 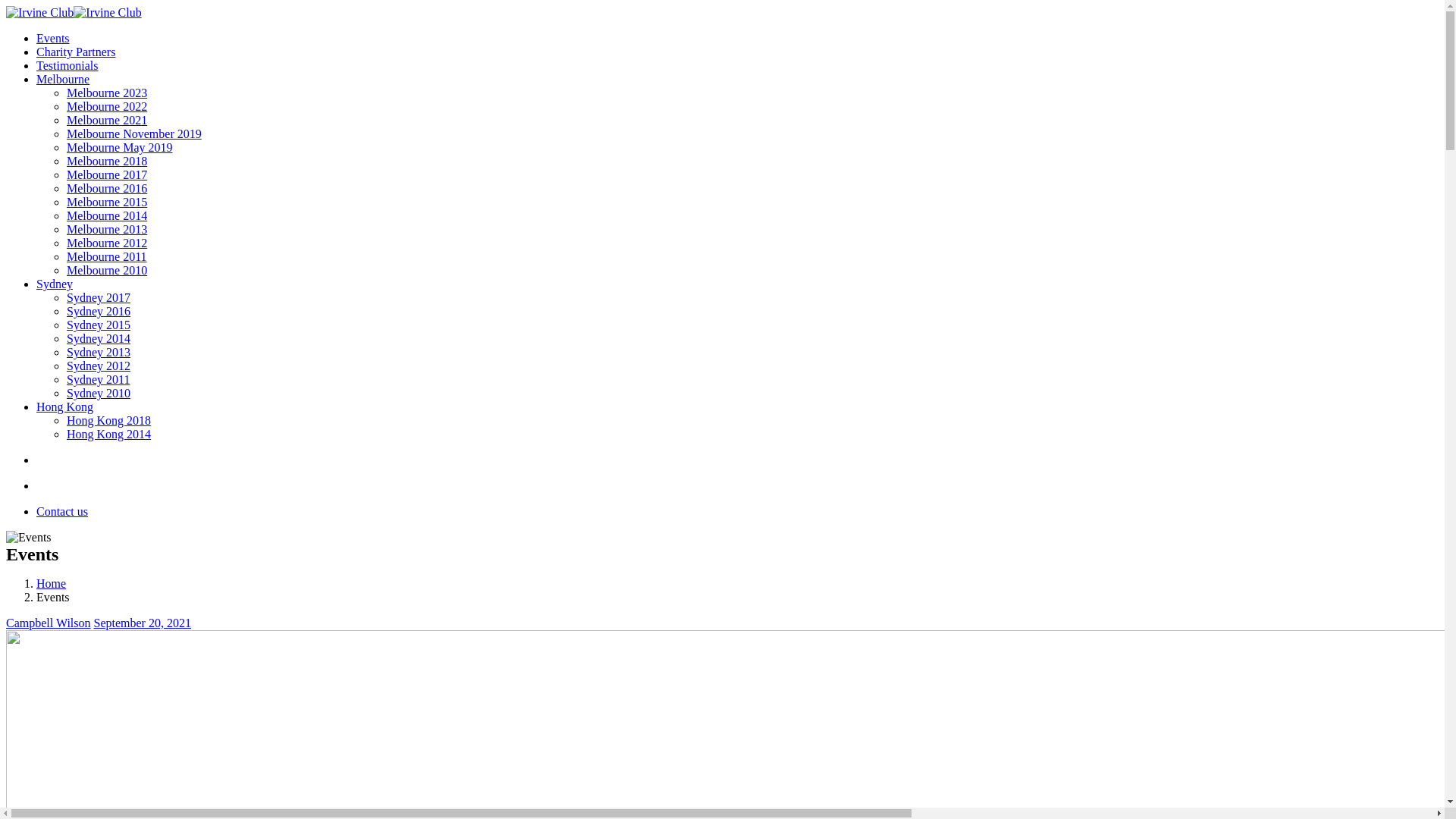 I want to click on 'Melbourne November 2019', so click(x=134, y=133).